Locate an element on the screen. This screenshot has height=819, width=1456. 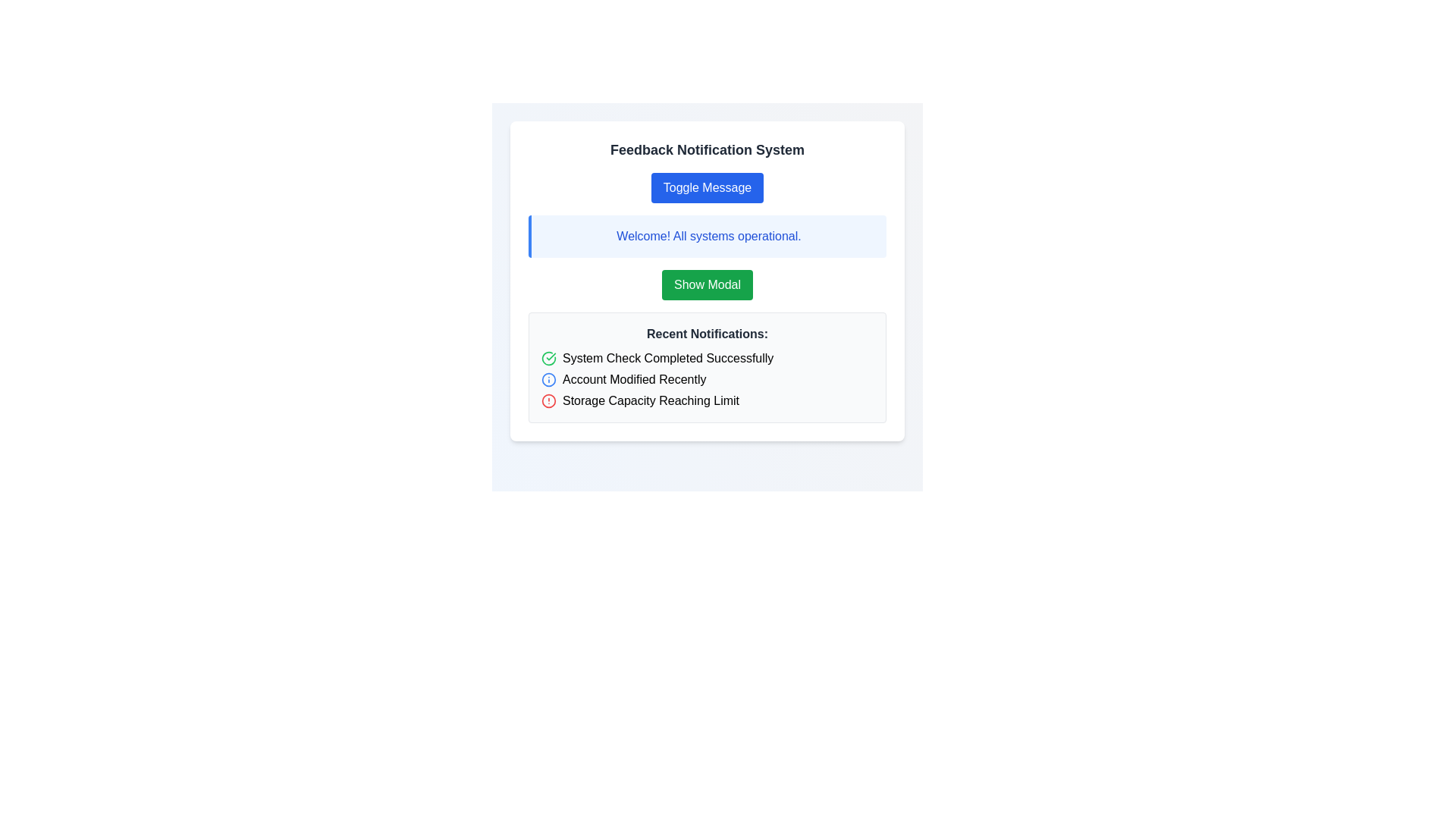
the green rectangular button labeled 'Show Modal' is located at coordinates (706, 288).